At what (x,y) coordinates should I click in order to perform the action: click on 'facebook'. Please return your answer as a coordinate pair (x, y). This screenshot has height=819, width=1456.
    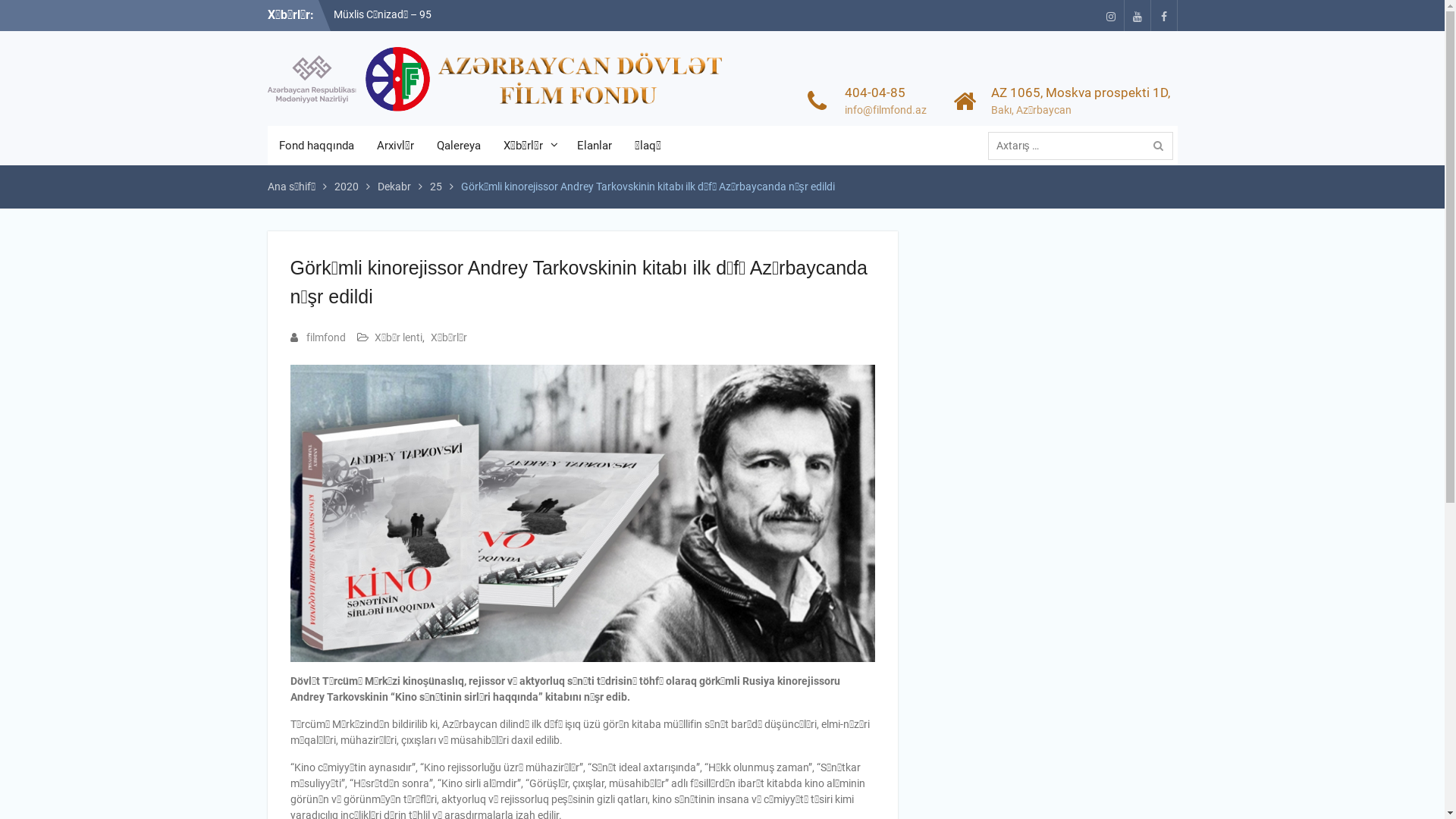
    Looking at the image, I should click on (1163, 15).